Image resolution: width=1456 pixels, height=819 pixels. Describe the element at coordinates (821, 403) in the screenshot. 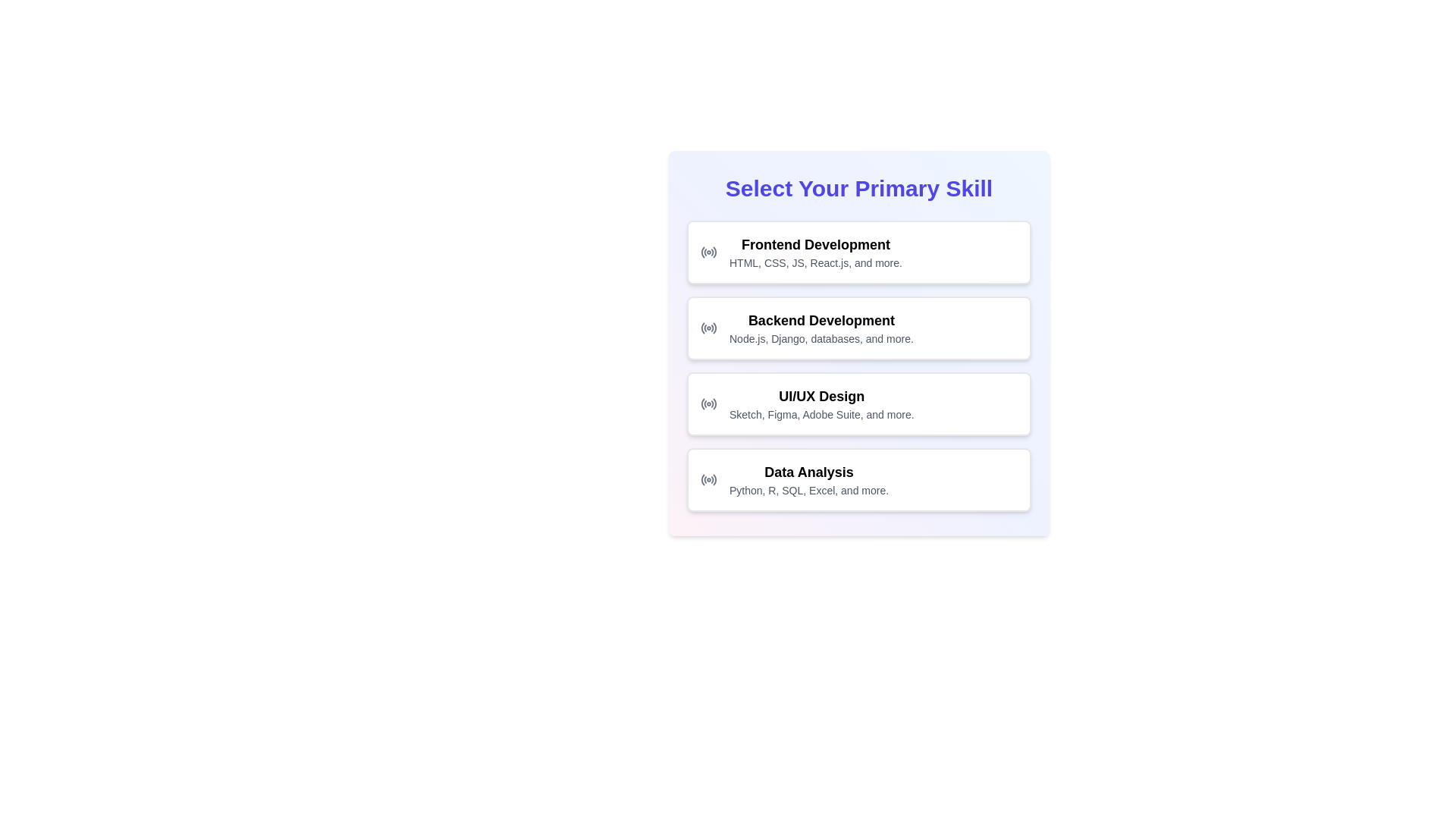

I see `the descriptive text block about UI/UX Design` at that location.